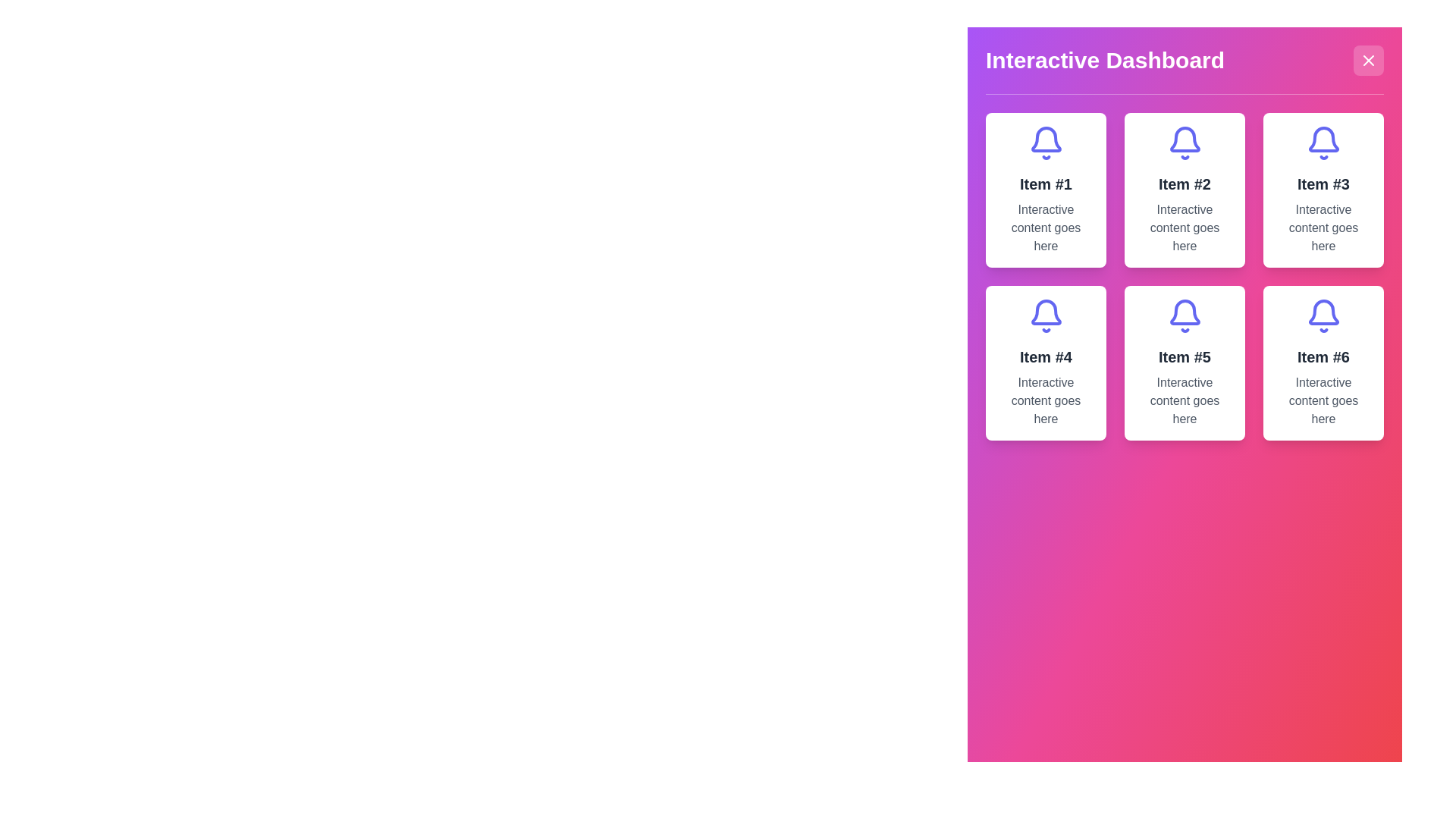  I want to click on the notification alert icon, which is the third icon in the top row of the 3x2 grid layout in the 'Interactive Dashboard' panel, positioned above 'Item #3', so click(1323, 143).